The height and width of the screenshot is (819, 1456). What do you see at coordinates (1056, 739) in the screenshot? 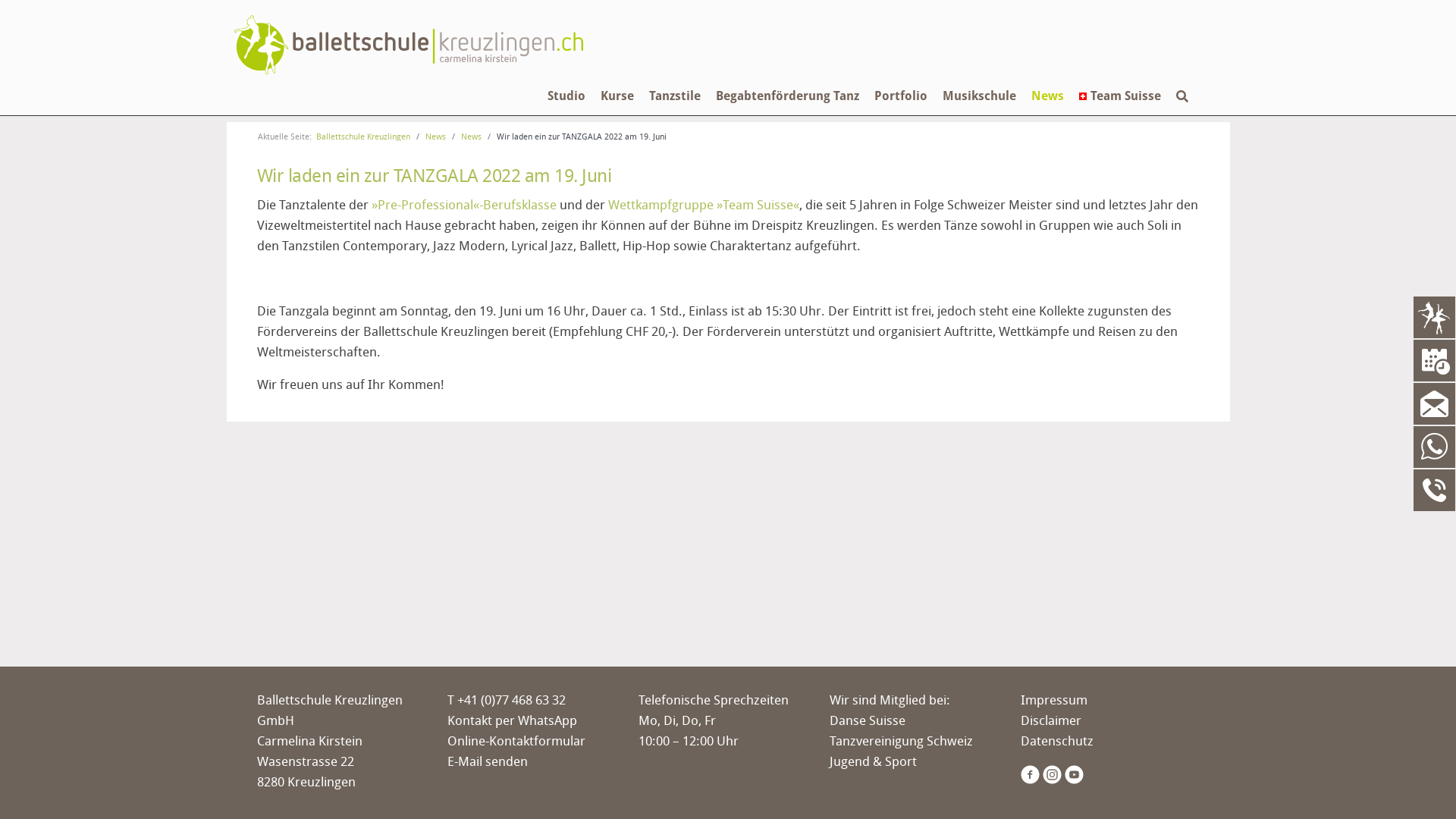
I see `'Datenschutz'` at bounding box center [1056, 739].